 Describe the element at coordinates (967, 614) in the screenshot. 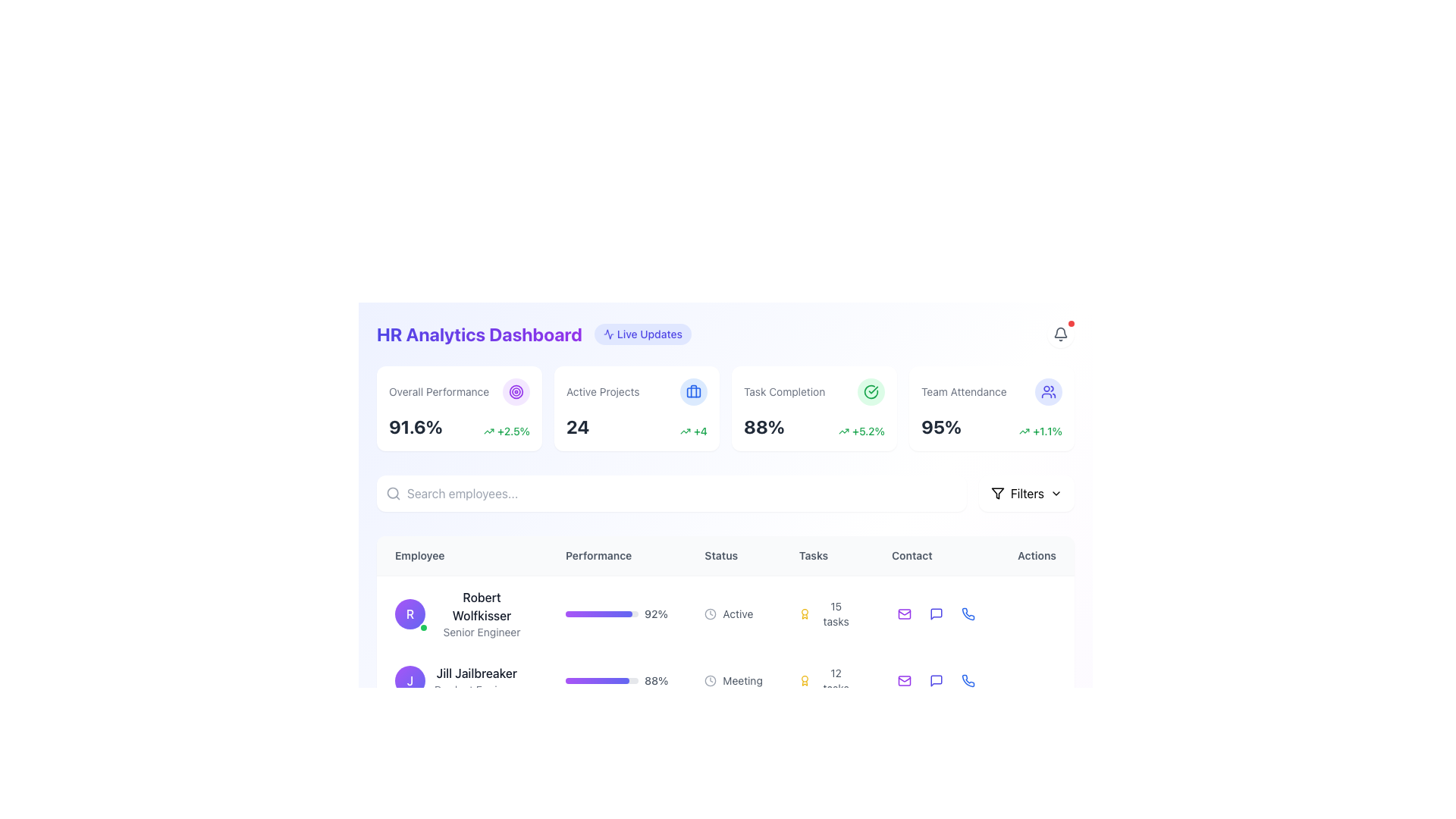

I see `the blue phone icon button, which is the third button in the horizontal series of action buttons in the 'Actions' column of the employee table` at that location.